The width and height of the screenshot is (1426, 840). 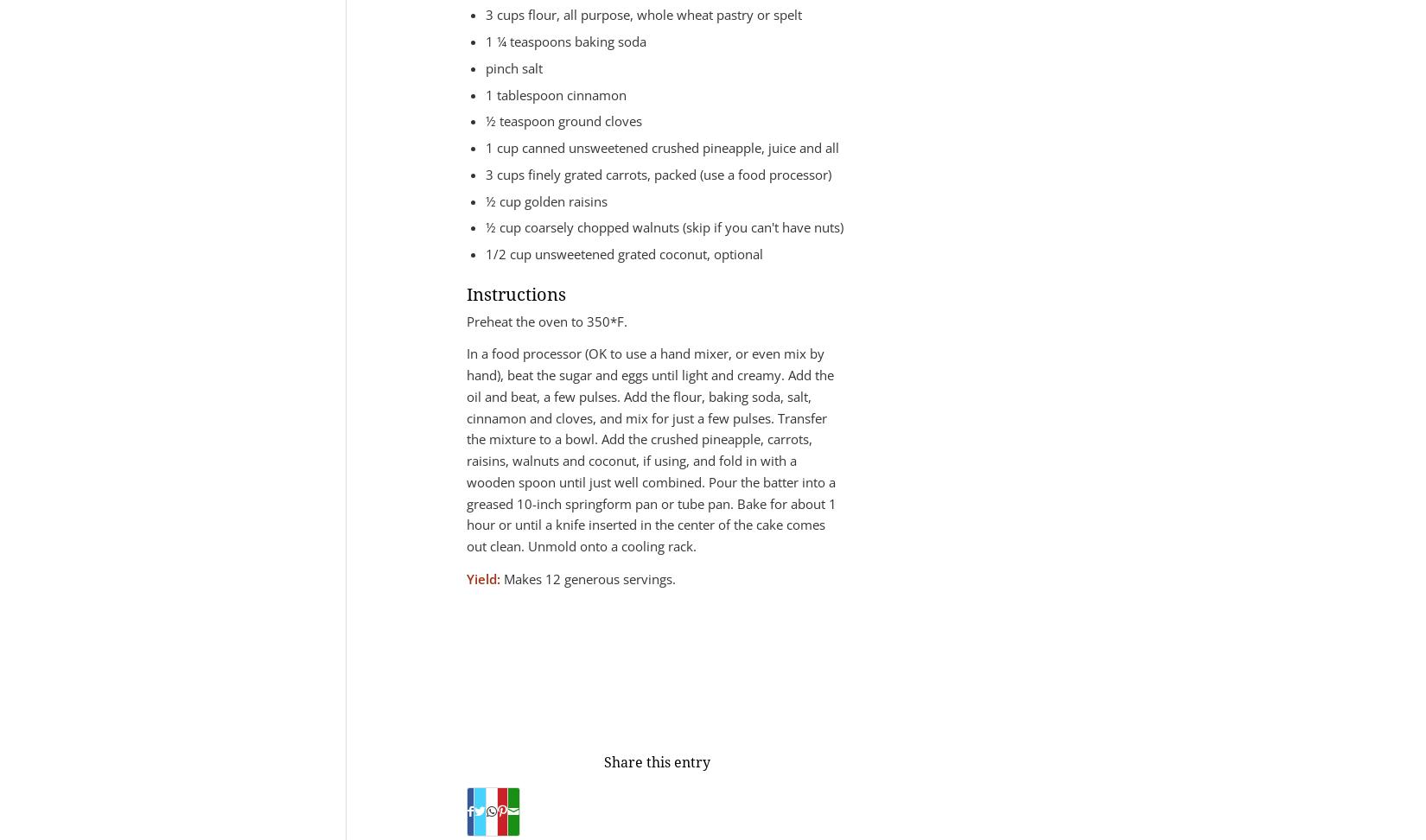 What do you see at coordinates (589, 577) in the screenshot?
I see `'Makes 12 generous servings.'` at bounding box center [589, 577].